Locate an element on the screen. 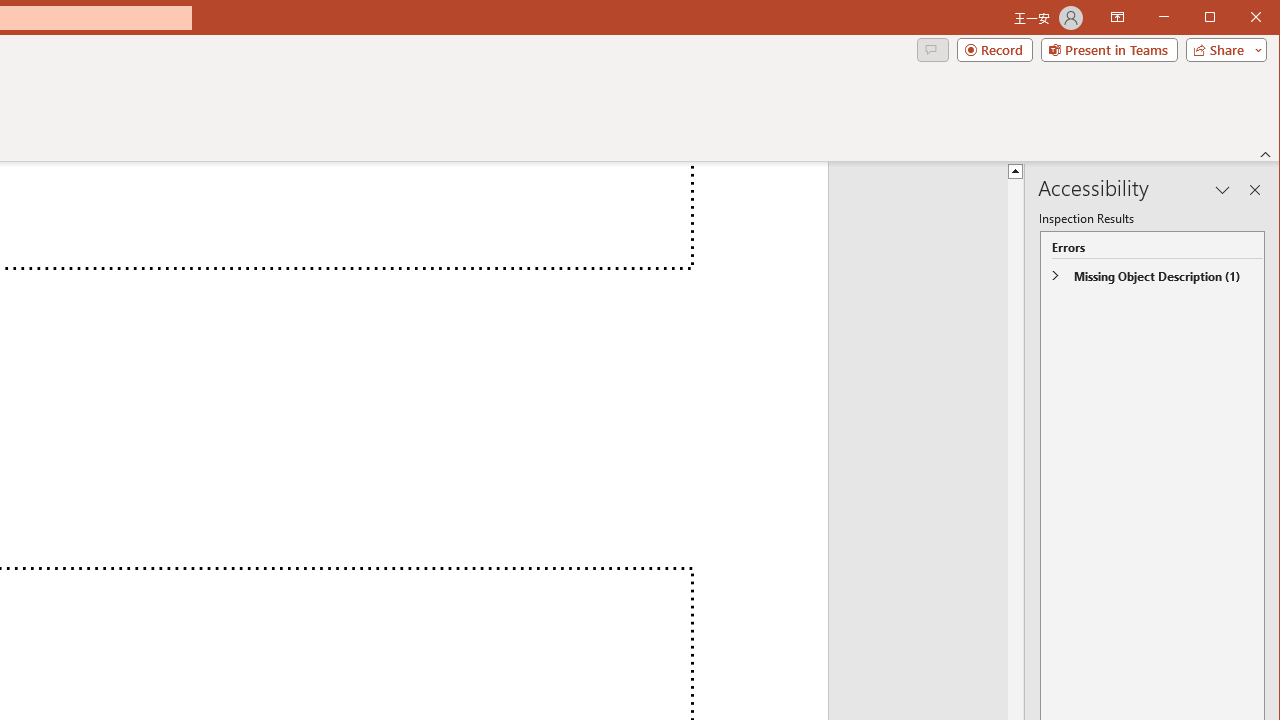 Image resolution: width=1280 pixels, height=720 pixels. 'Close pane' is located at coordinates (1254, 190).